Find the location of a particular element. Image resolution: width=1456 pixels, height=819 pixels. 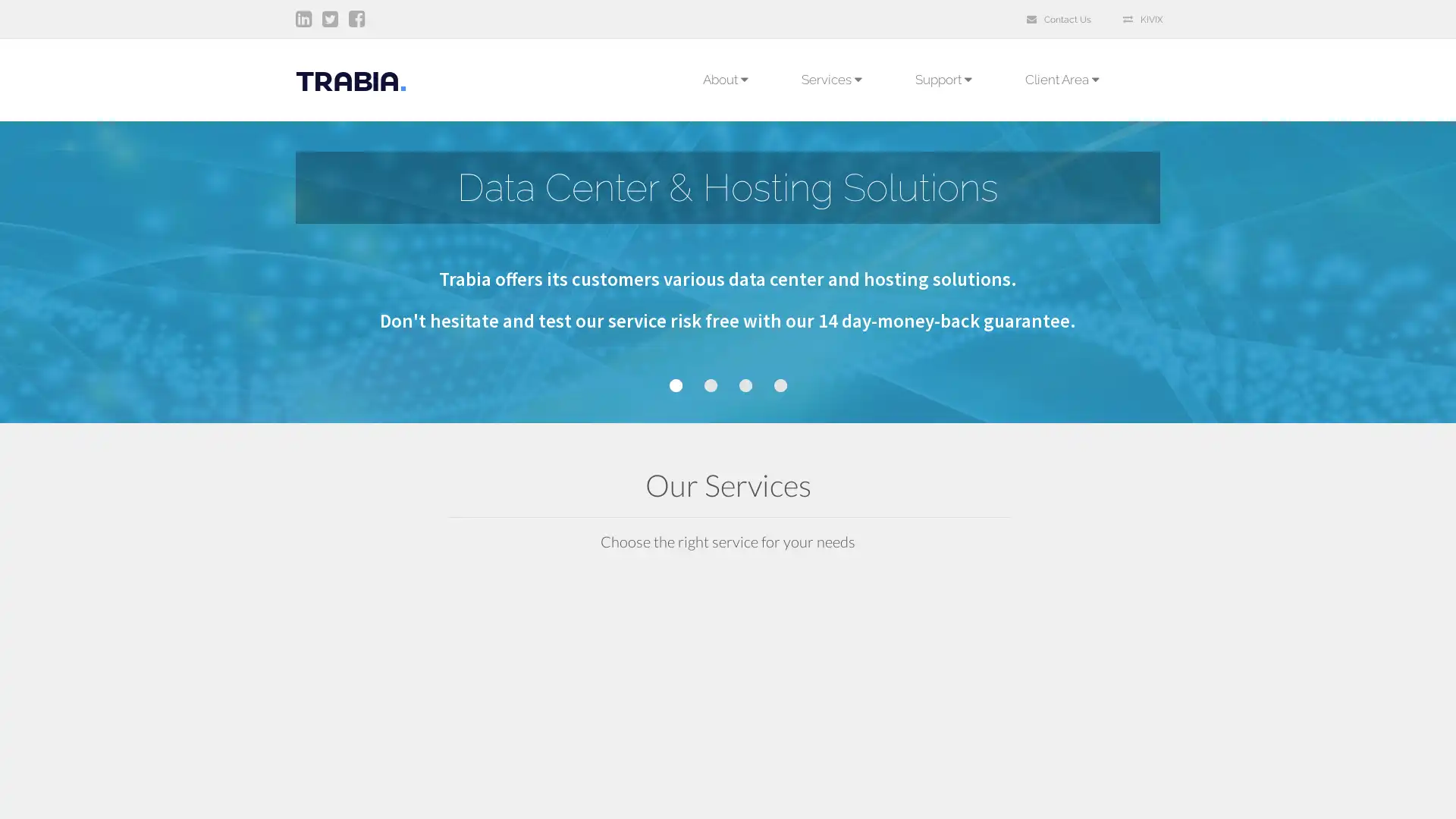

Support is located at coordinates (943, 79).